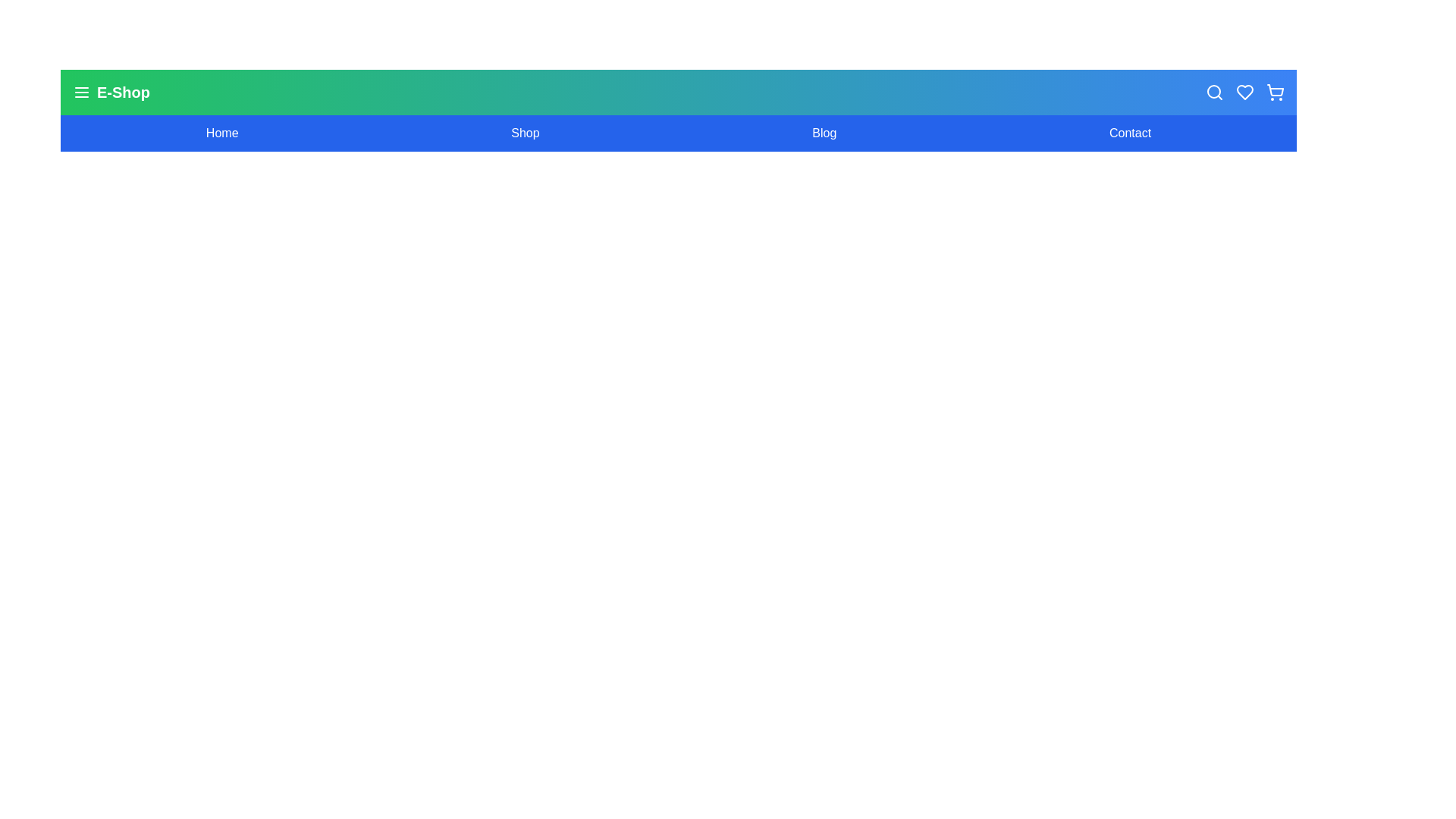 This screenshot has width=1456, height=819. Describe the element at coordinates (221, 133) in the screenshot. I see `the navigation link Home` at that location.